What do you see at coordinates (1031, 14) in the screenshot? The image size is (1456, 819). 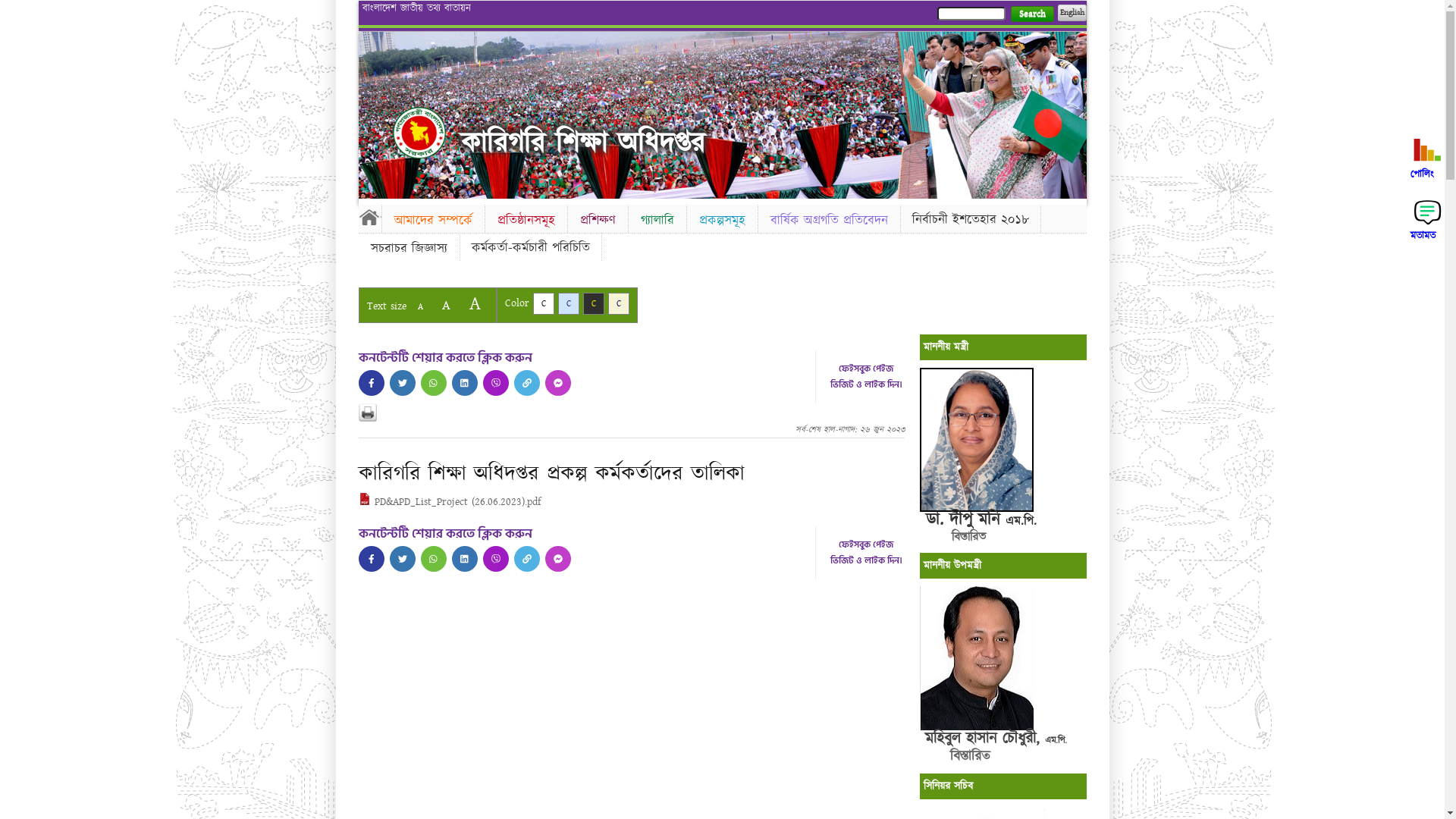 I see `'Search'` at bounding box center [1031, 14].